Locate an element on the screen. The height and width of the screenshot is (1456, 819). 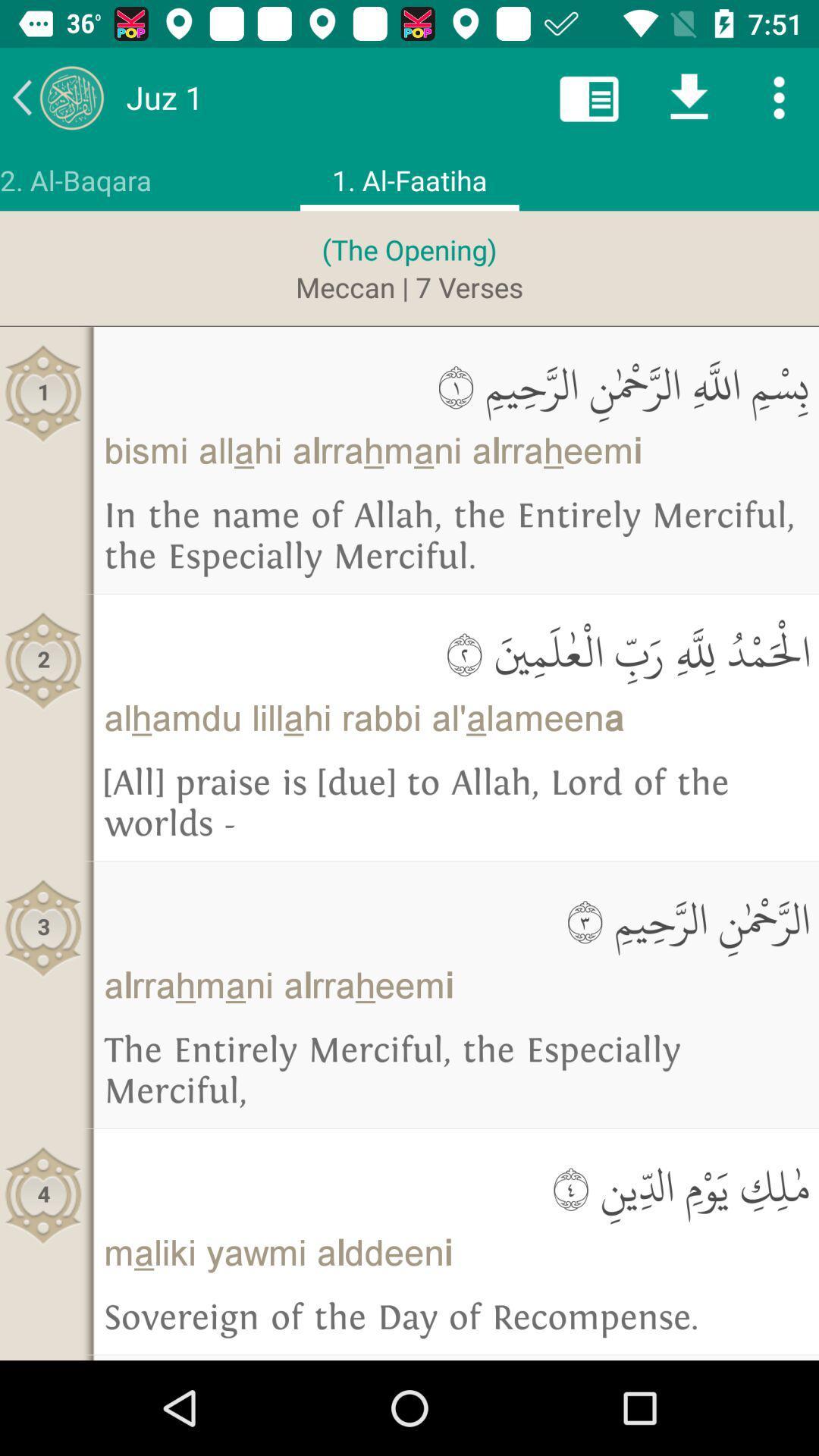
more options button is located at coordinates (779, 96).